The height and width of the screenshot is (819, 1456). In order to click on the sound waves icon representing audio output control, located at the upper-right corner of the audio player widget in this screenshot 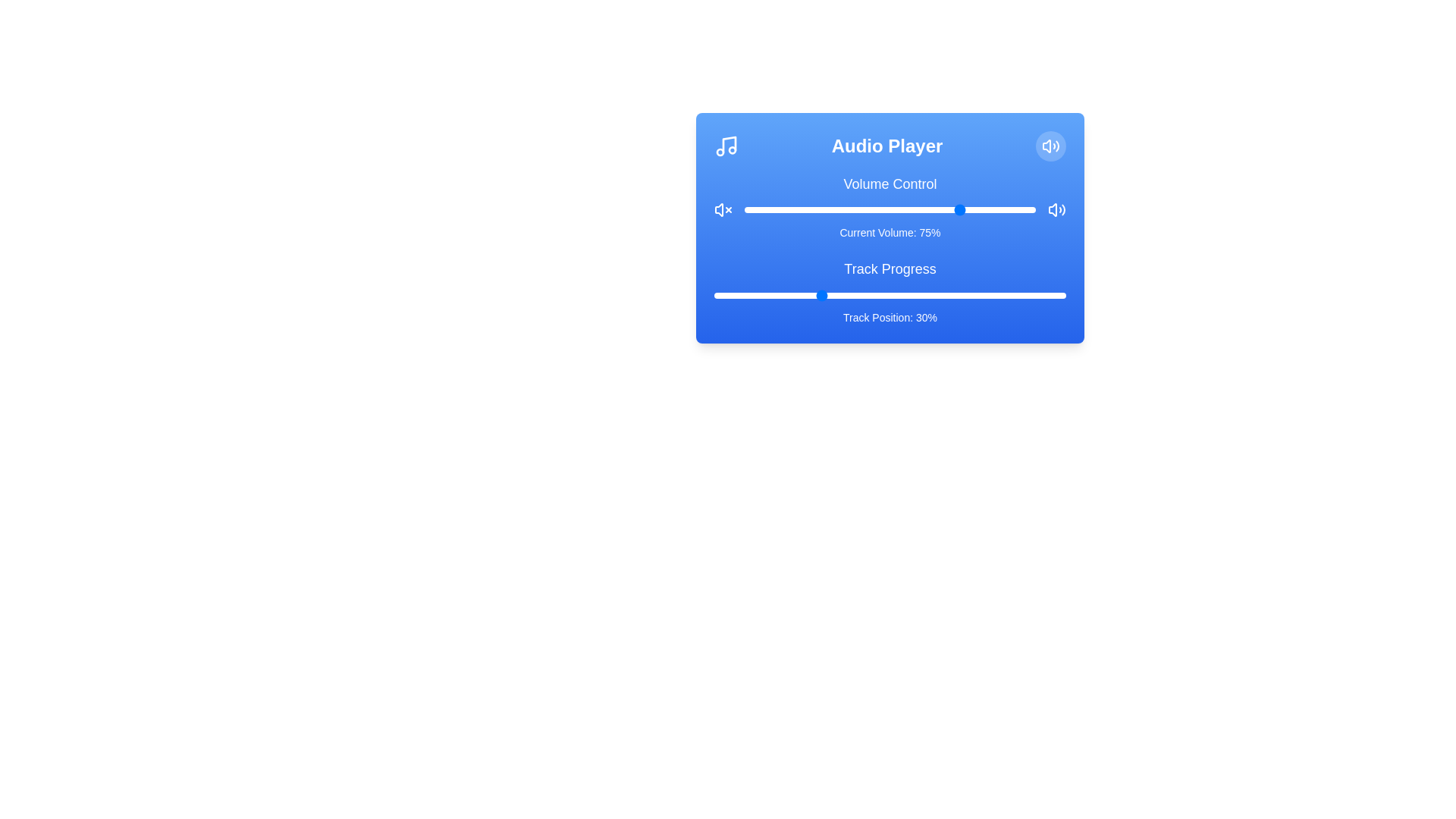, I will do `click(1062, 210)`.